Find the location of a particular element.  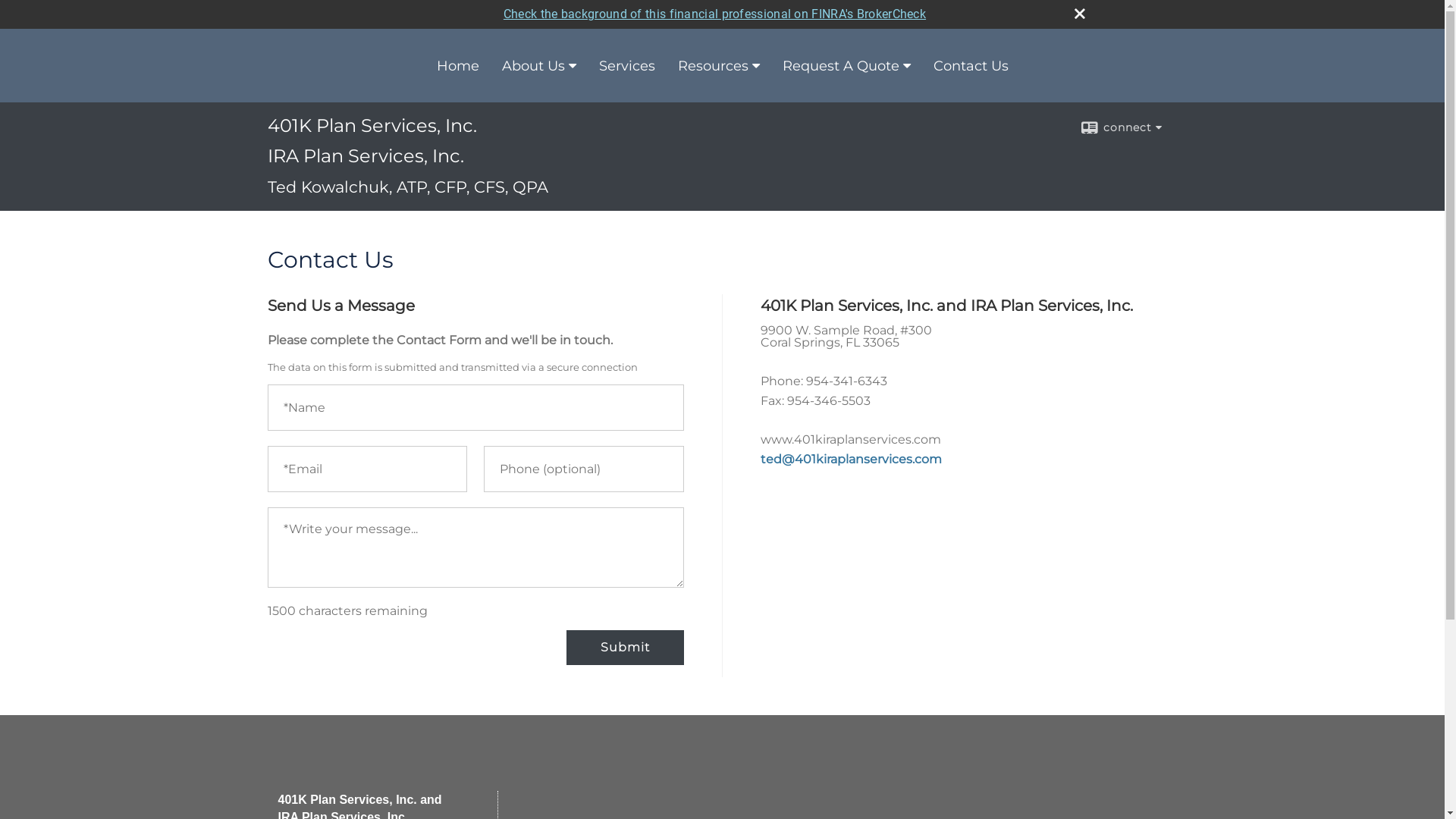

'Contact Us' is located at coordinates (971, 65).